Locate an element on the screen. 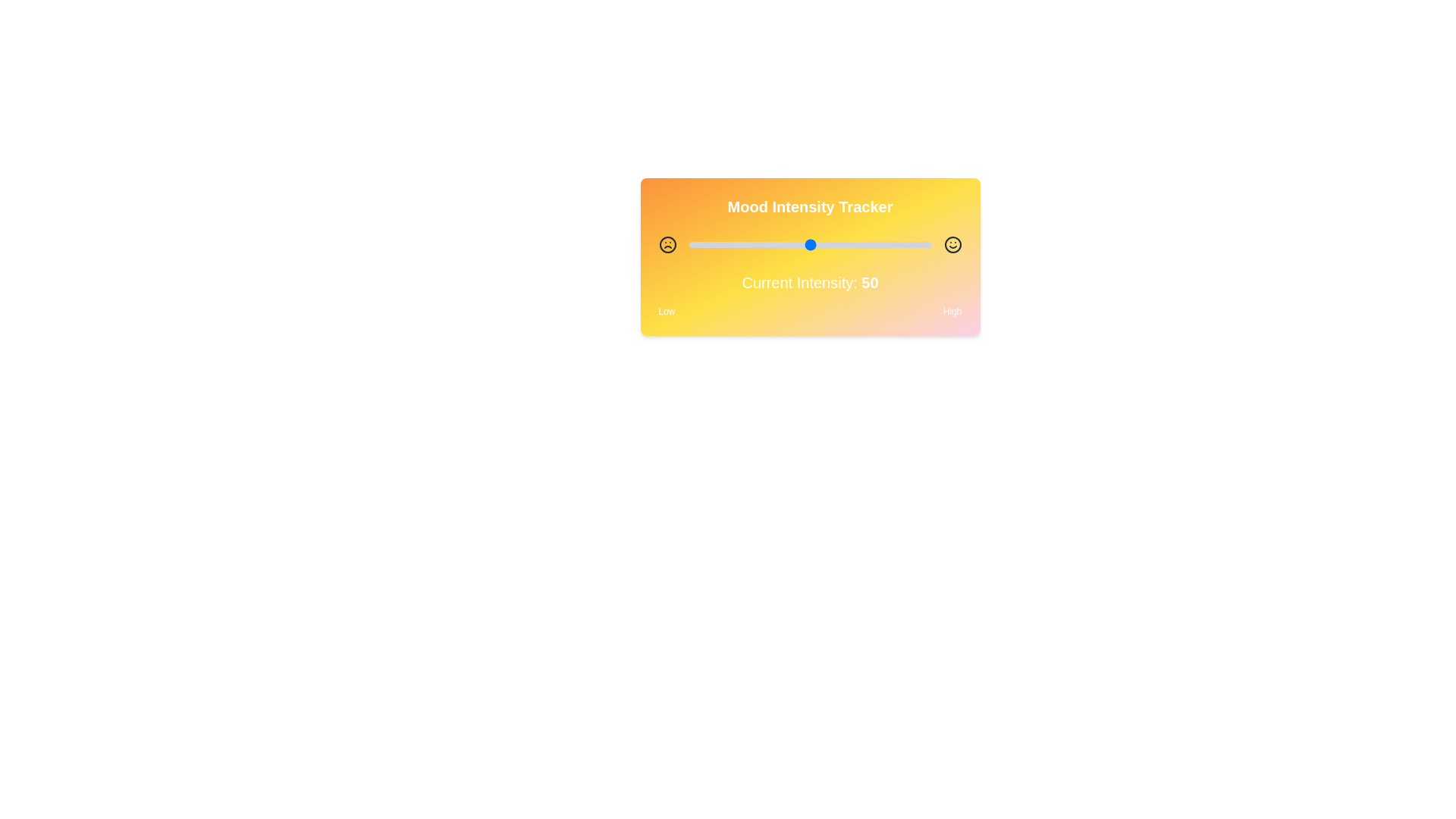 This screenshot has width=1456, height=819. the slider to set the intensity to 33 is located at coordinates (769, 244).